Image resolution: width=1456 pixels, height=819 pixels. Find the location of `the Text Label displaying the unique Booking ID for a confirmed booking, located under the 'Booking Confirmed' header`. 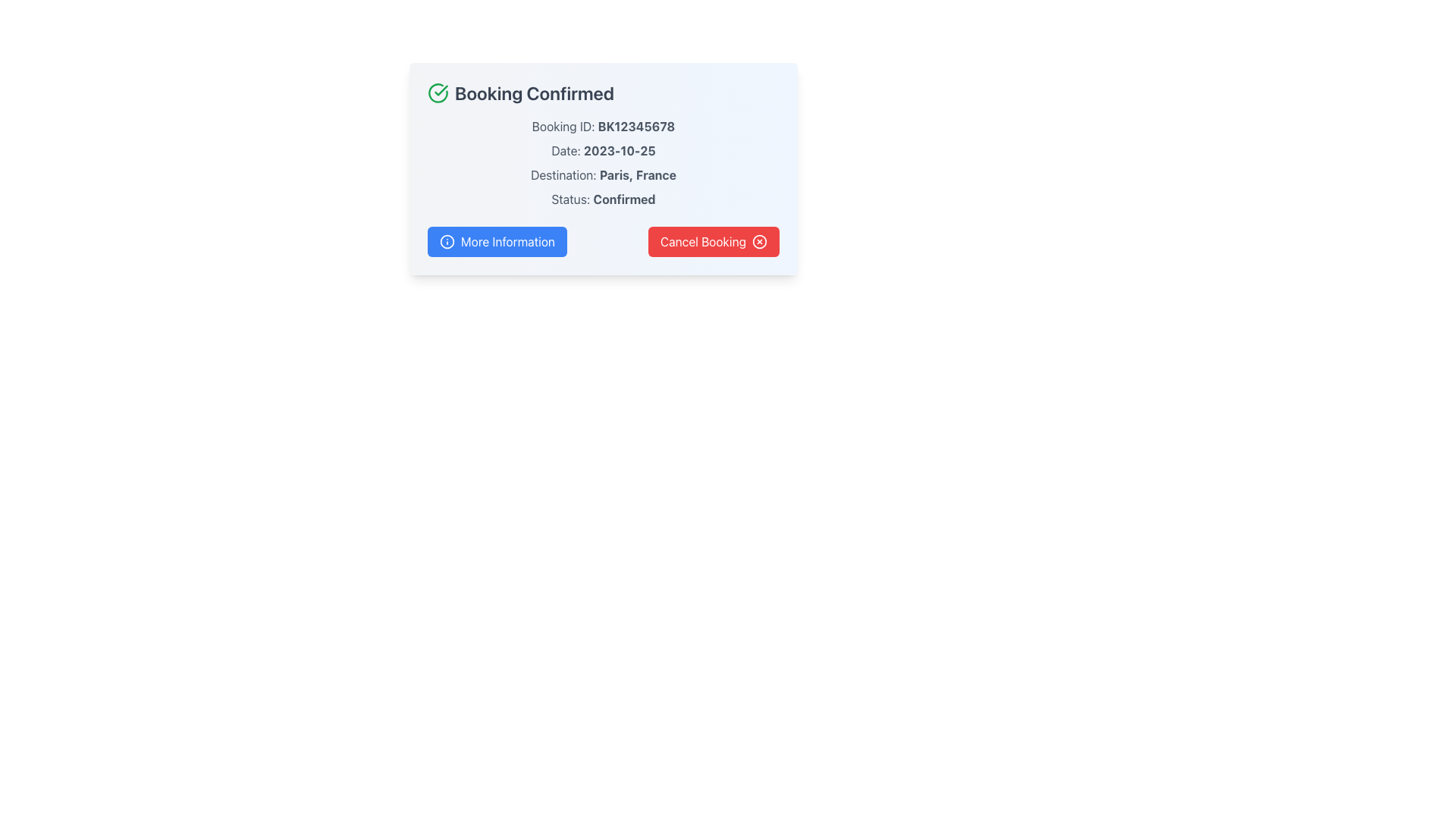

the Text Label displaying the unique Booking ID for a confirmed booking, located under the 'Booking Confirmed' header is located at coordinates (603, 125).